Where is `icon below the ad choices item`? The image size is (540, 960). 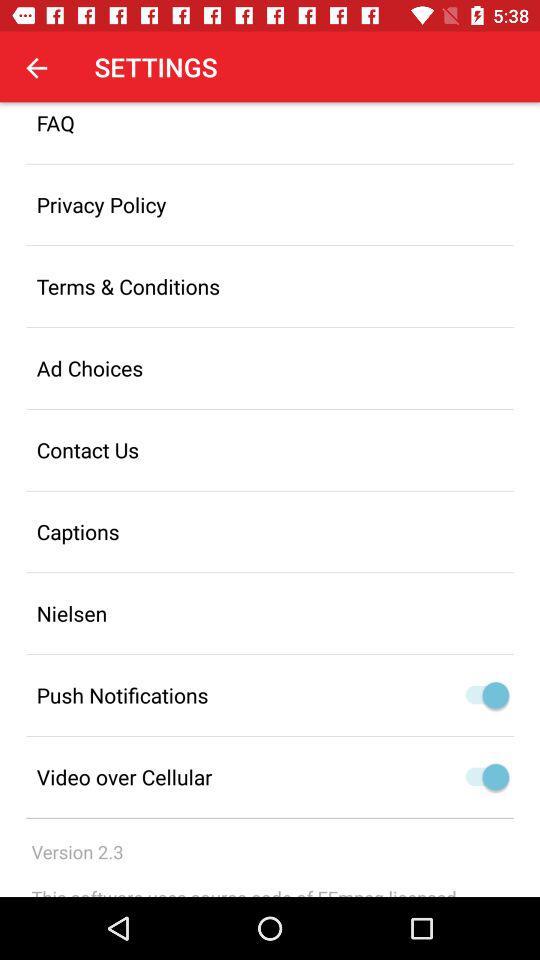 icon below the ad choices item is located at coordinates (270, 450).